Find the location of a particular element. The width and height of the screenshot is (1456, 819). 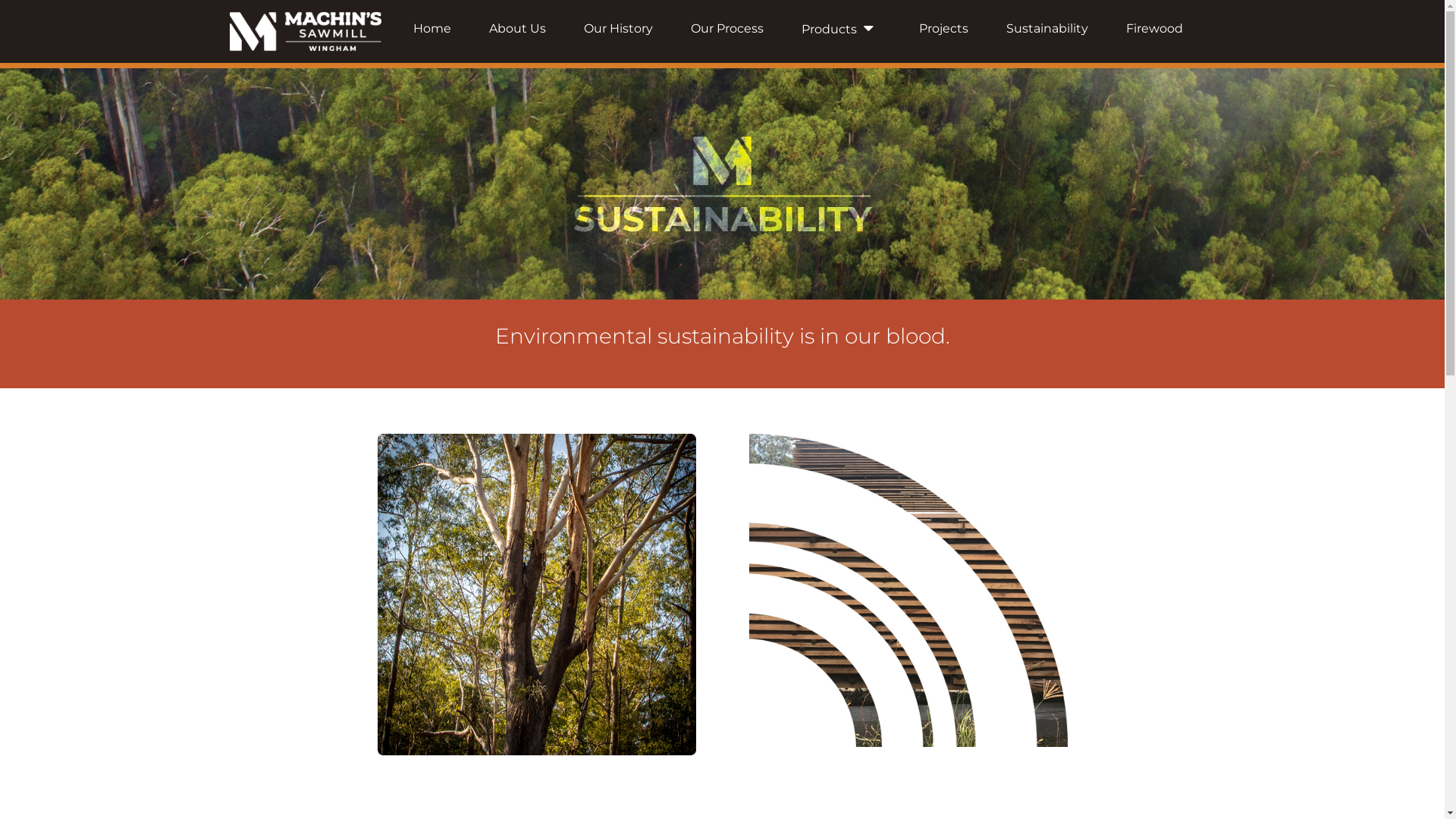

'Home' is located at coordinates (431, 28).